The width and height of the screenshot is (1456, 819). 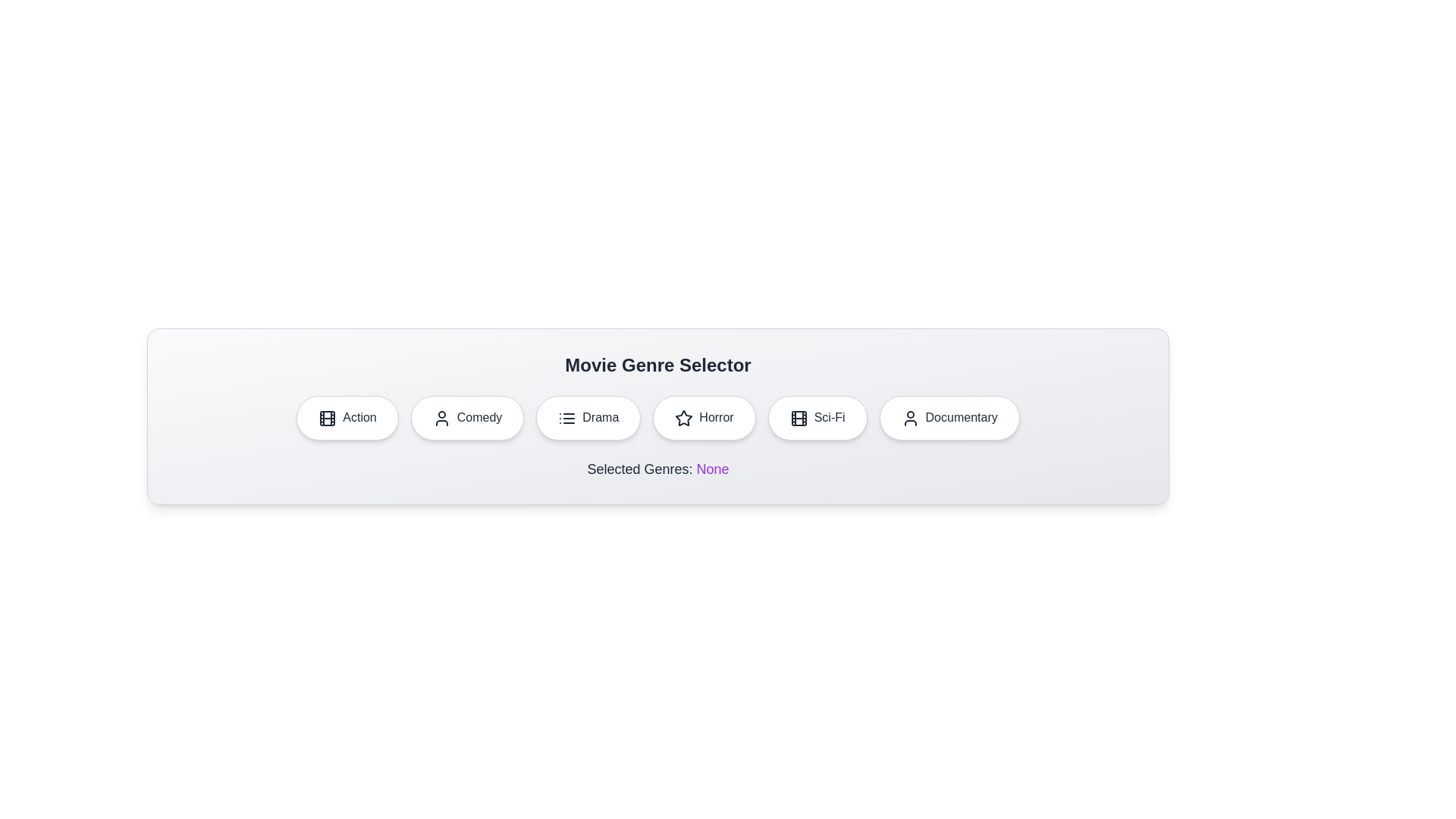 I want to click on the star icon located to the left of the 'Horror' text within the 'Horror' button, which is the third button from the left in the genre selection group, so click(x=683, y=418).